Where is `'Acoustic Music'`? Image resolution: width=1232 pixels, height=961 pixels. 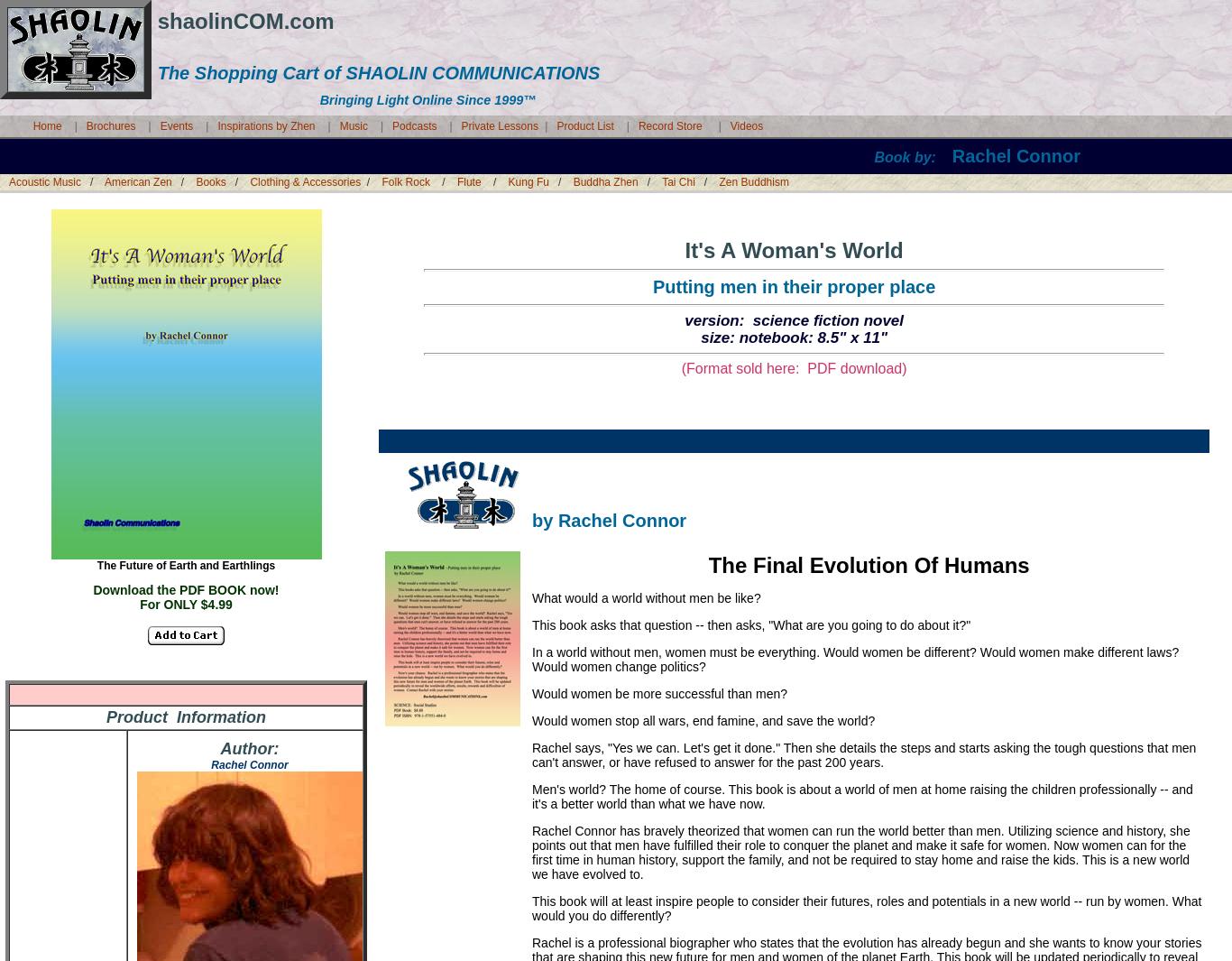 'Acoustic Music' is located at coordinates (44, 181).